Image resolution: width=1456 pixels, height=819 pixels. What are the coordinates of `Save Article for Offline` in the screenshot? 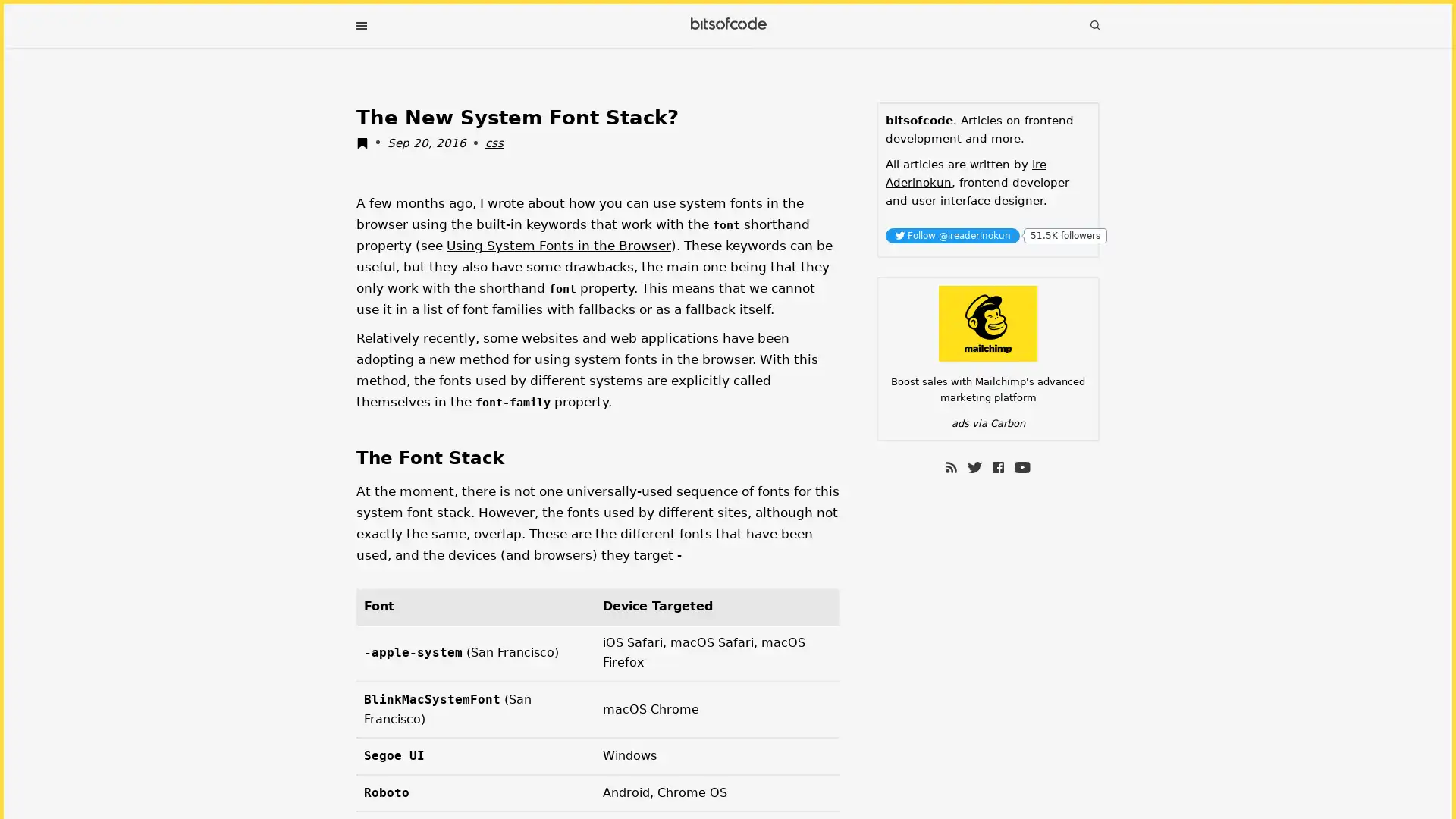 It's located at (366, 145).